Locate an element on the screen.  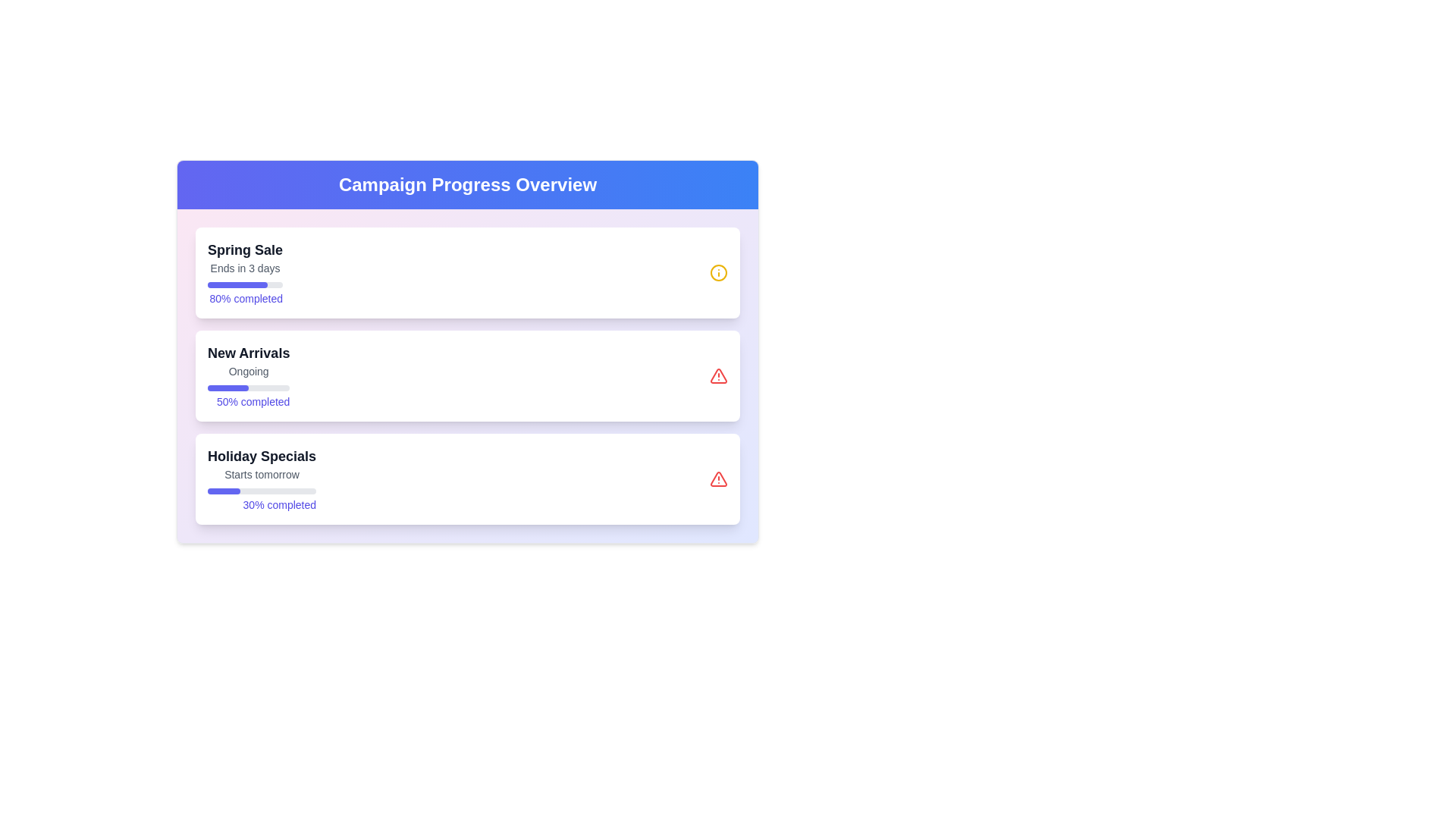
the progress visually by focusing on the progress bar segment that represents 50% completion of the 'New Arrivals' campaign, located in the second card of the campaign list is located at coordinates (227, 388).